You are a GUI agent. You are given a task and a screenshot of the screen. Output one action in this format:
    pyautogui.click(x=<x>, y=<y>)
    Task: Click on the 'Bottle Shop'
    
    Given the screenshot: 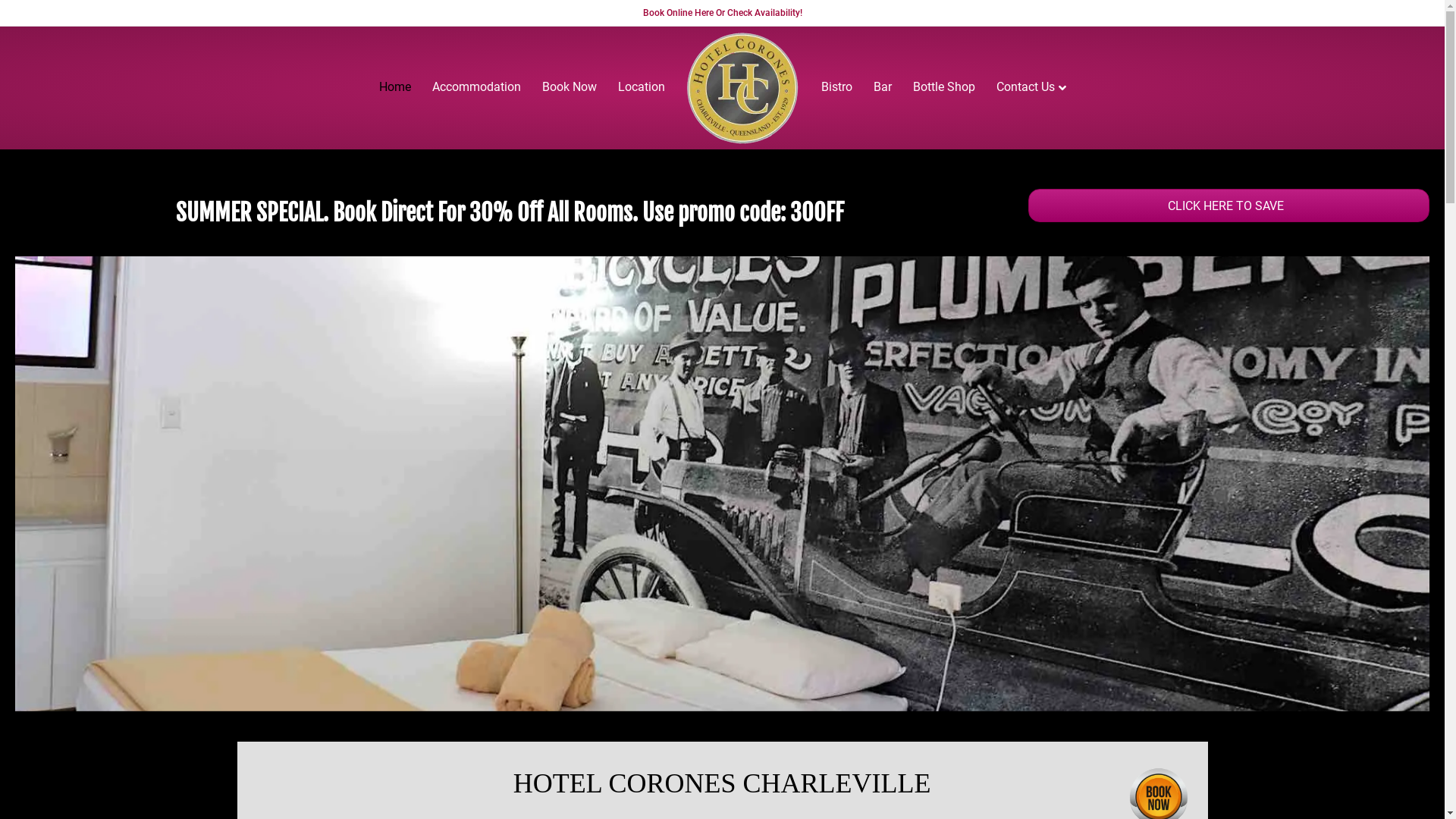 What is the action you would take?
    pyautogui.click(x=902, y=87)
    